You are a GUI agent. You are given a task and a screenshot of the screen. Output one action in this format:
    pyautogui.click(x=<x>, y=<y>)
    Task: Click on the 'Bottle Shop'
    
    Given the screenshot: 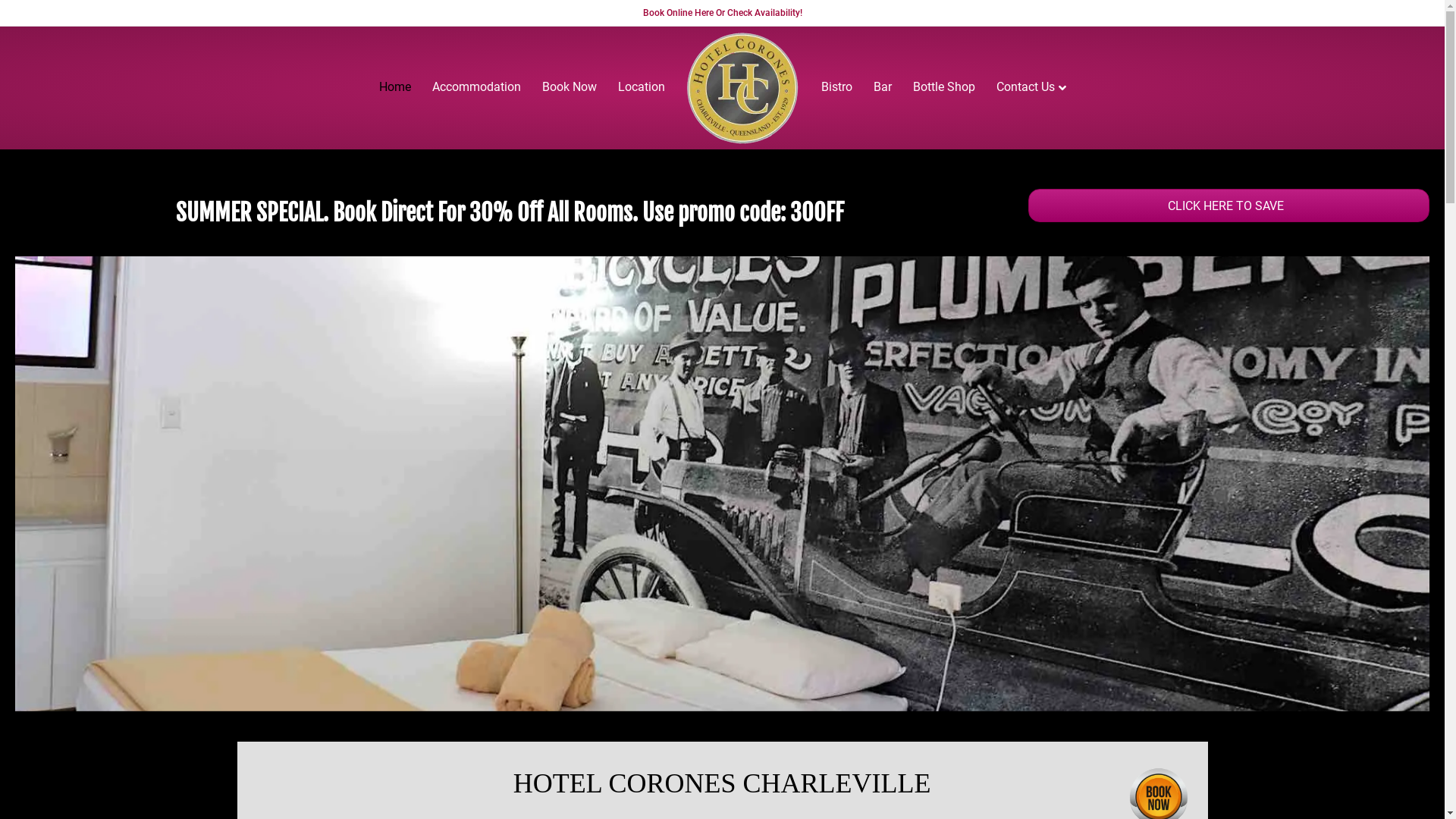 What is the action you would take?
    pyautogui.click(x=902, y=87)
    